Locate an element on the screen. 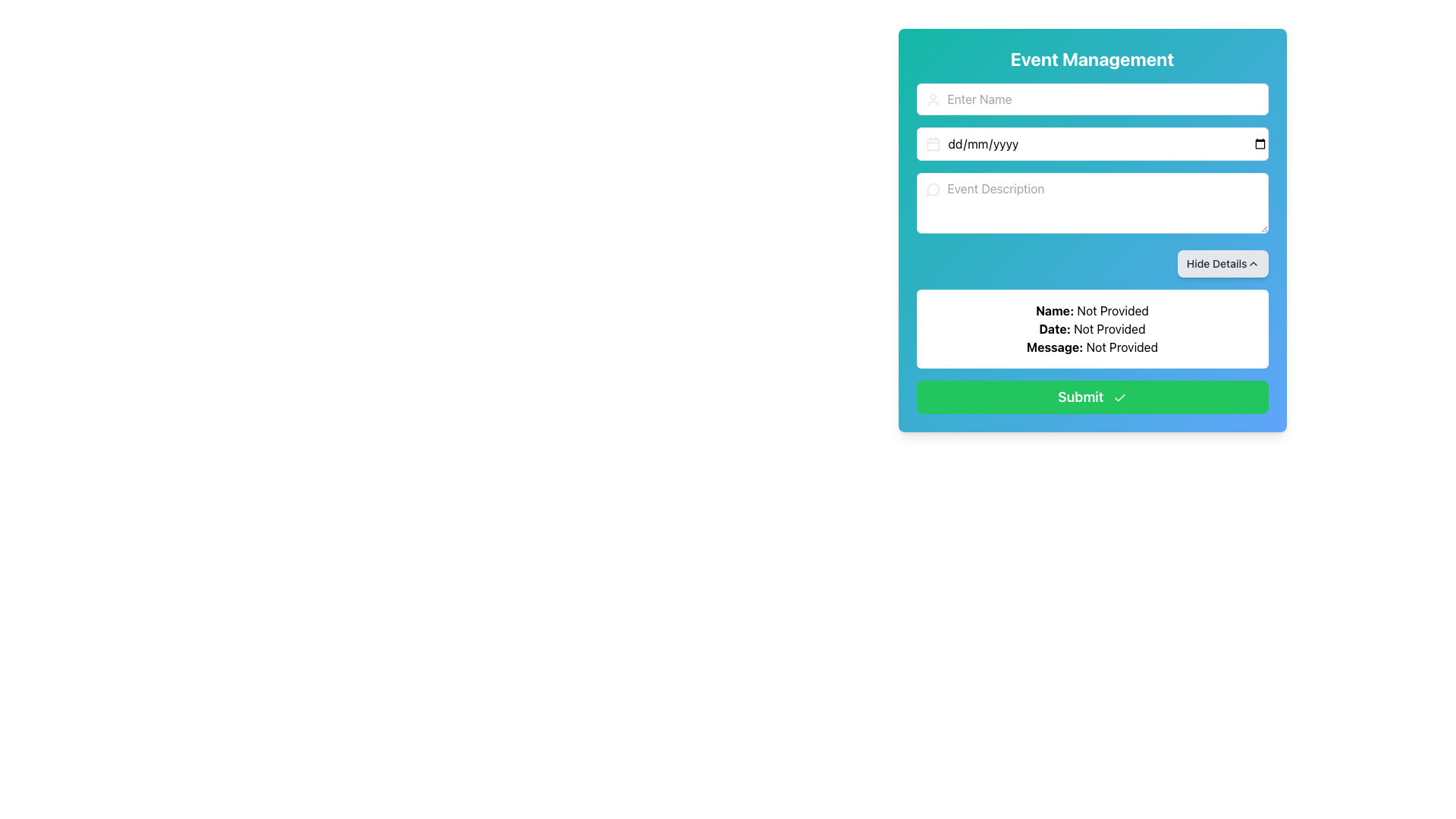 Image resolution: width=1456 pixels, height=819 pixels. the small, check-shaped icon rendered in white on a green background, located to the right of the 'Submit' button, to confirm is located at coordinates (1119, 397).